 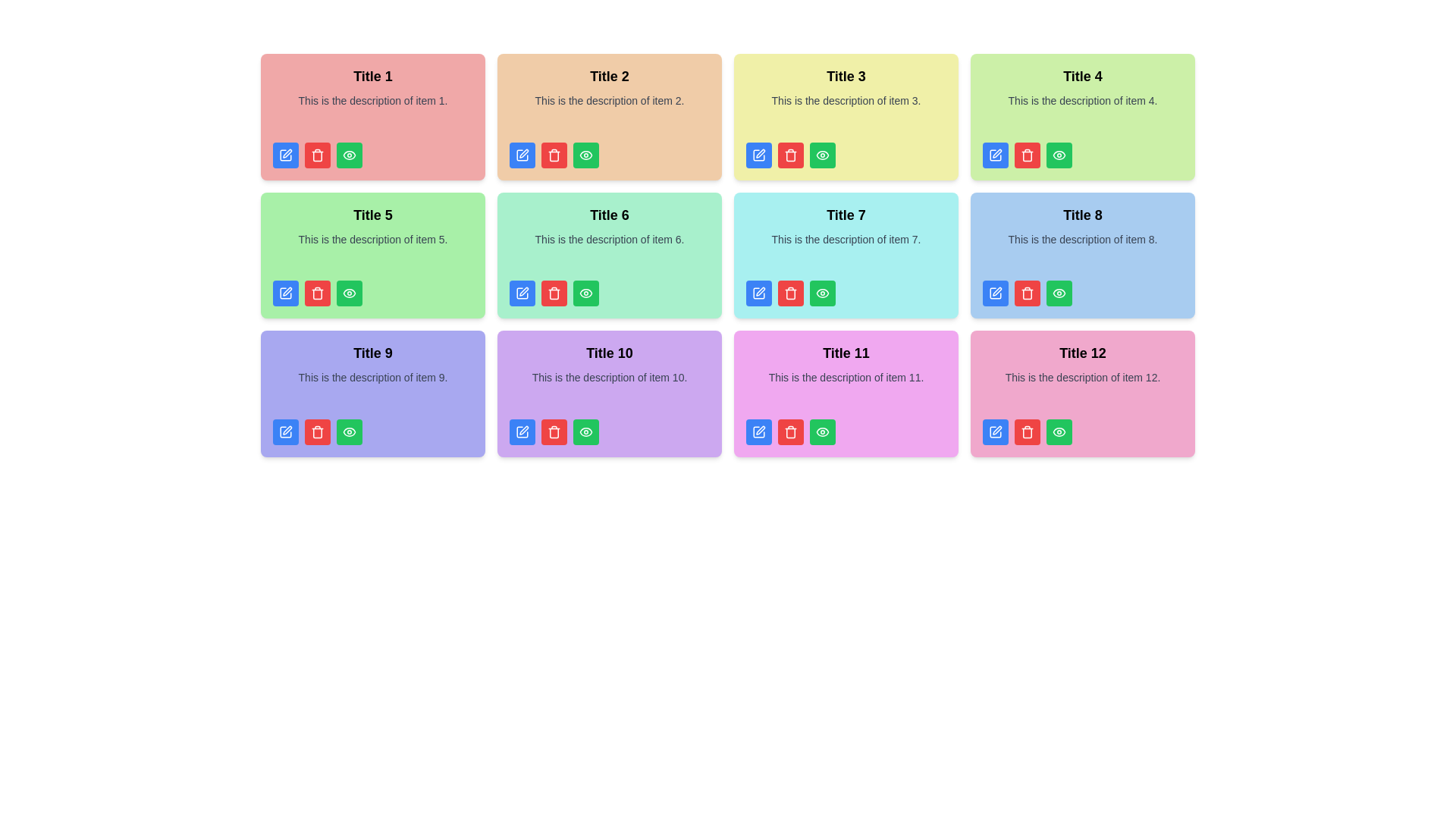 I want to click on the delete button located in the middle column of a card layout, positioned between a blue button on the left and a green button on the right, so click(x=789, y=293).